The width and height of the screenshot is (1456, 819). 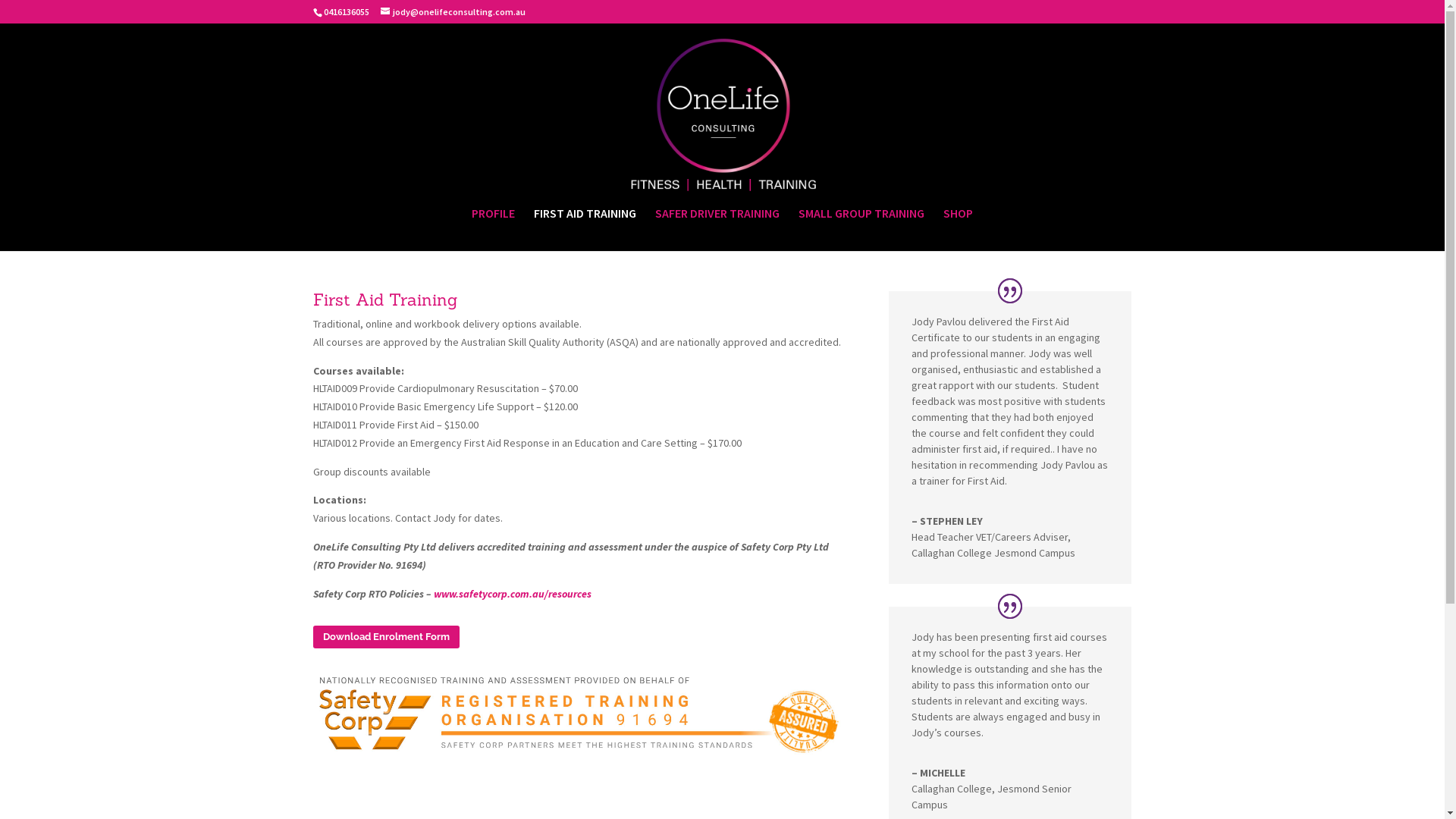 I want to click on 'SHOP', so click(x=957, y=229).